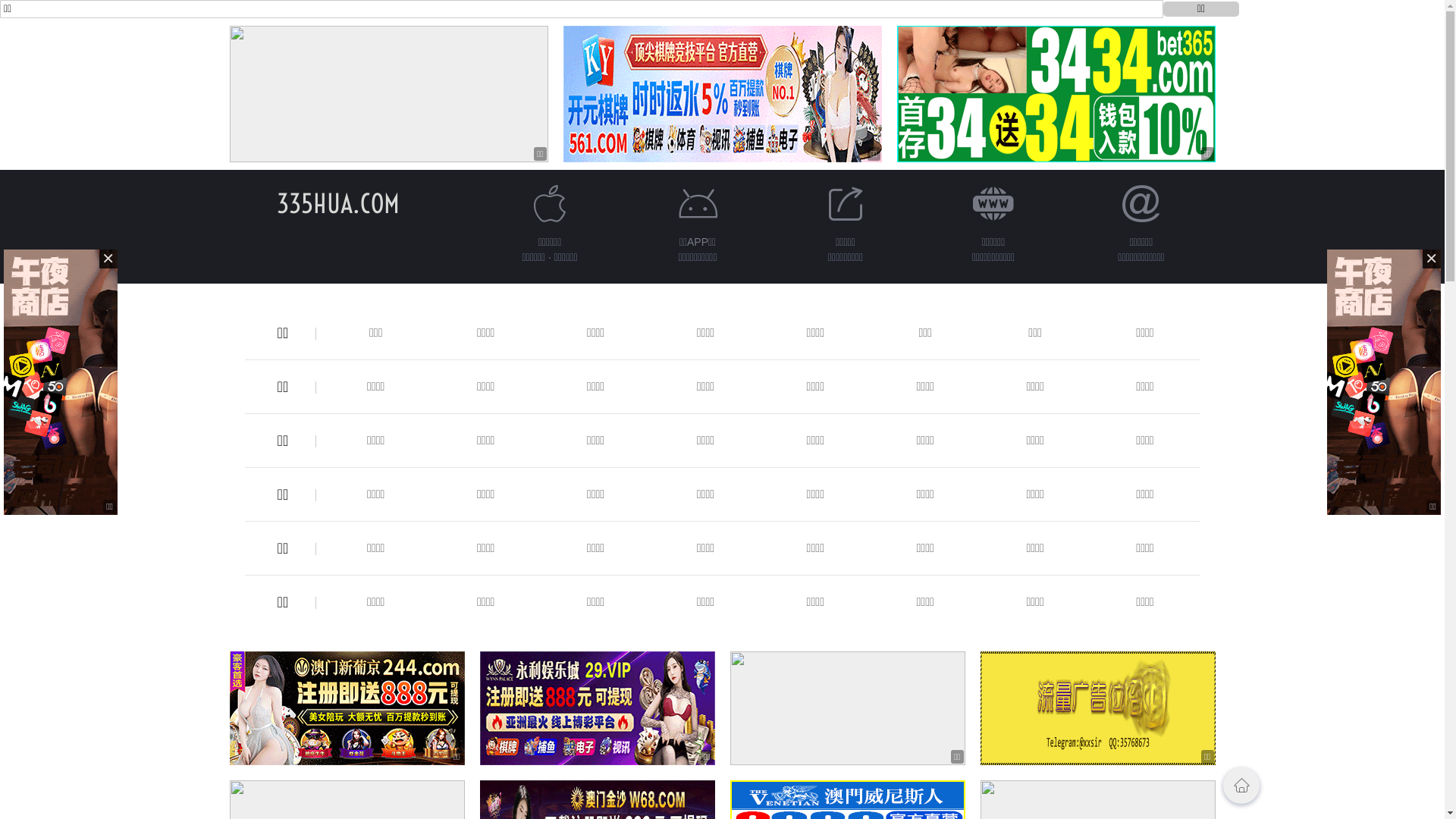 This screenshot has height=819, width=1456. Describe the element at coordinates (337, 202) in the screenshot. I see `'335HUA.COM'` at that location.